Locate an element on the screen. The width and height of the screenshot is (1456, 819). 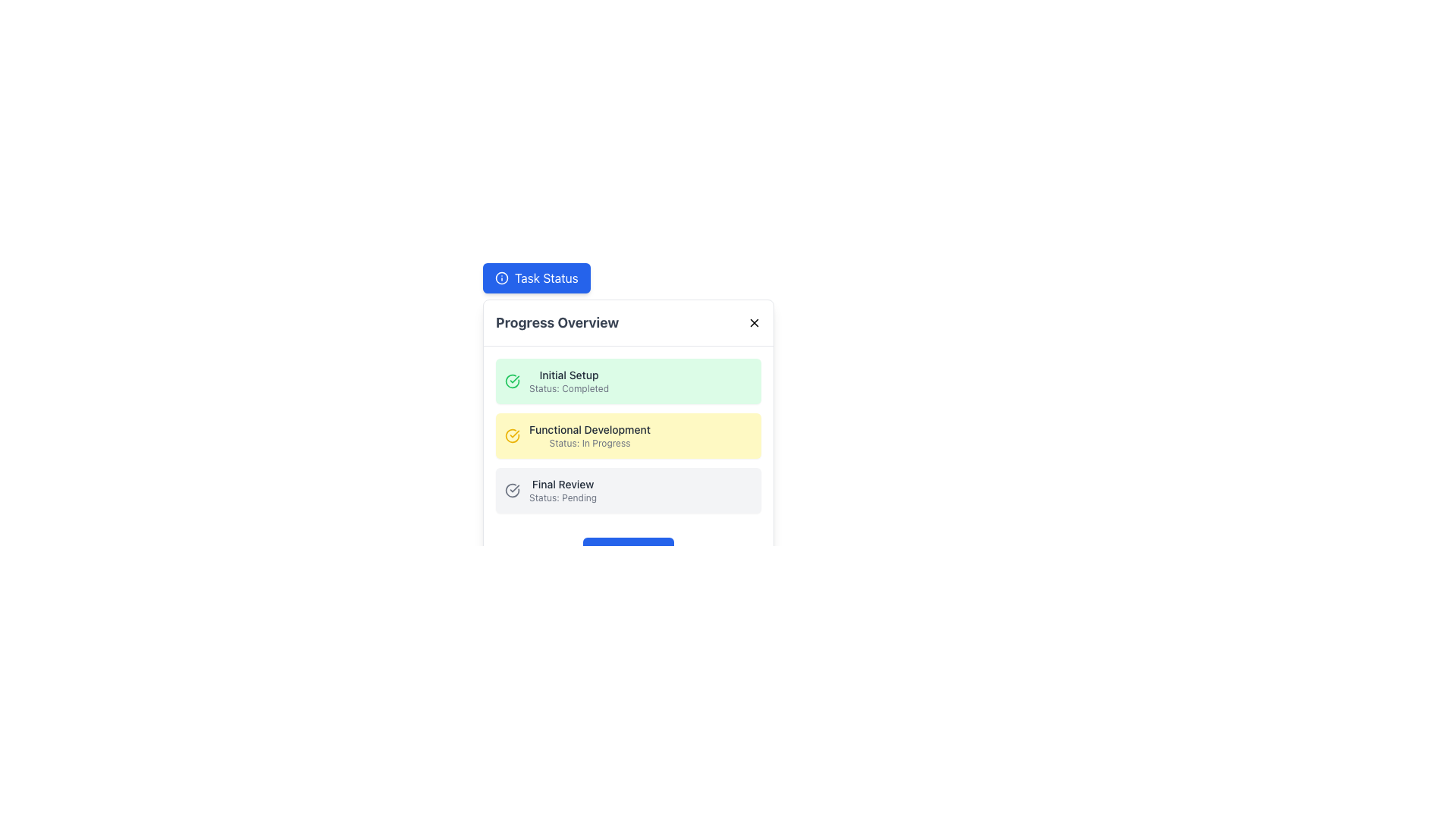
the text label indicating the progress status of the 'Functional Development' section, which is located beneath the corresponding title in a vertical list of status sections is located at coordinates (588, 444).